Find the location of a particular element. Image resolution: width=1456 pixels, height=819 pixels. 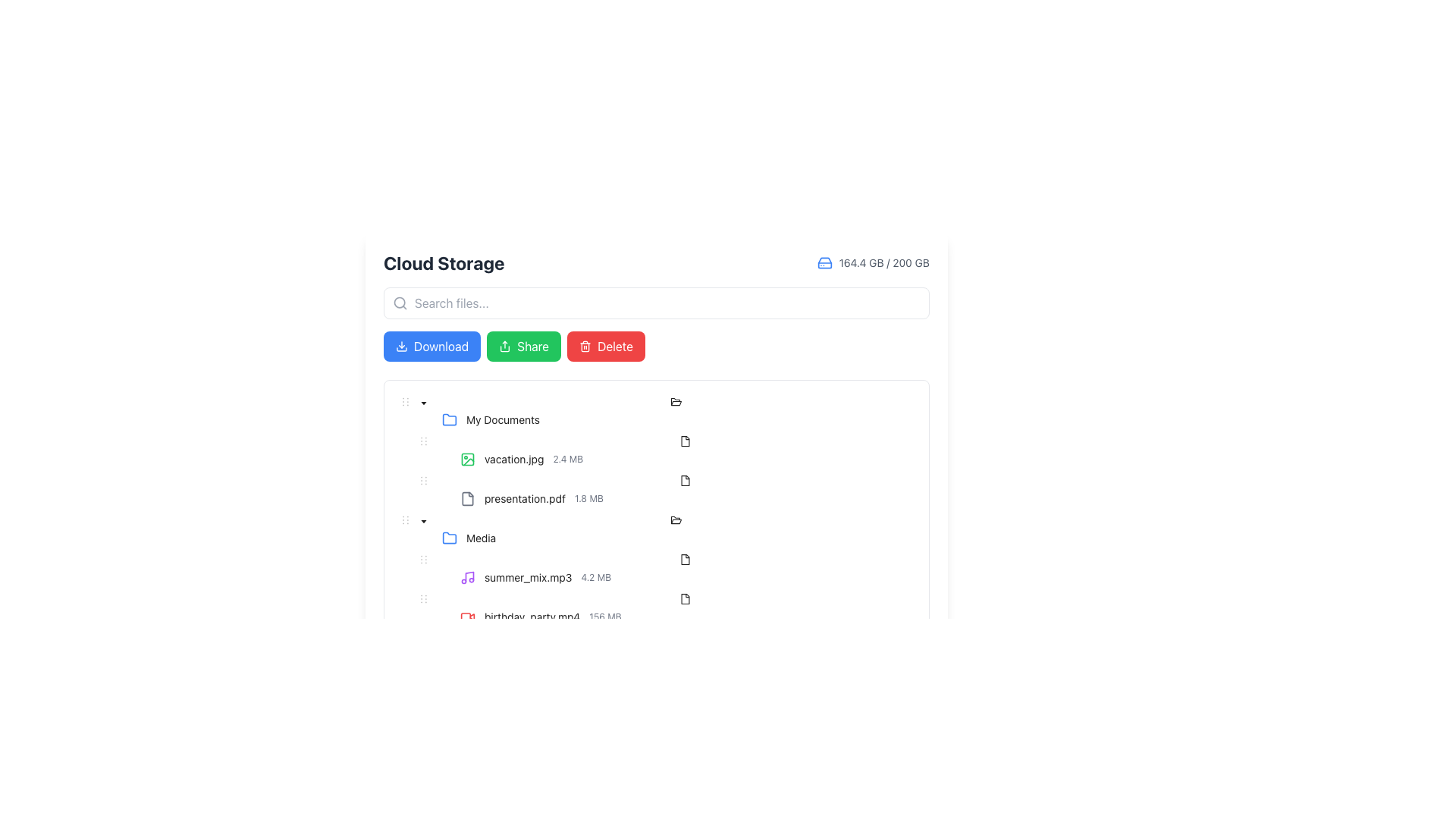

descriptive label associated with the folder icon, which is positioned to the left of the 'Media' label in the tree layout is located at coordinates (676, 519).